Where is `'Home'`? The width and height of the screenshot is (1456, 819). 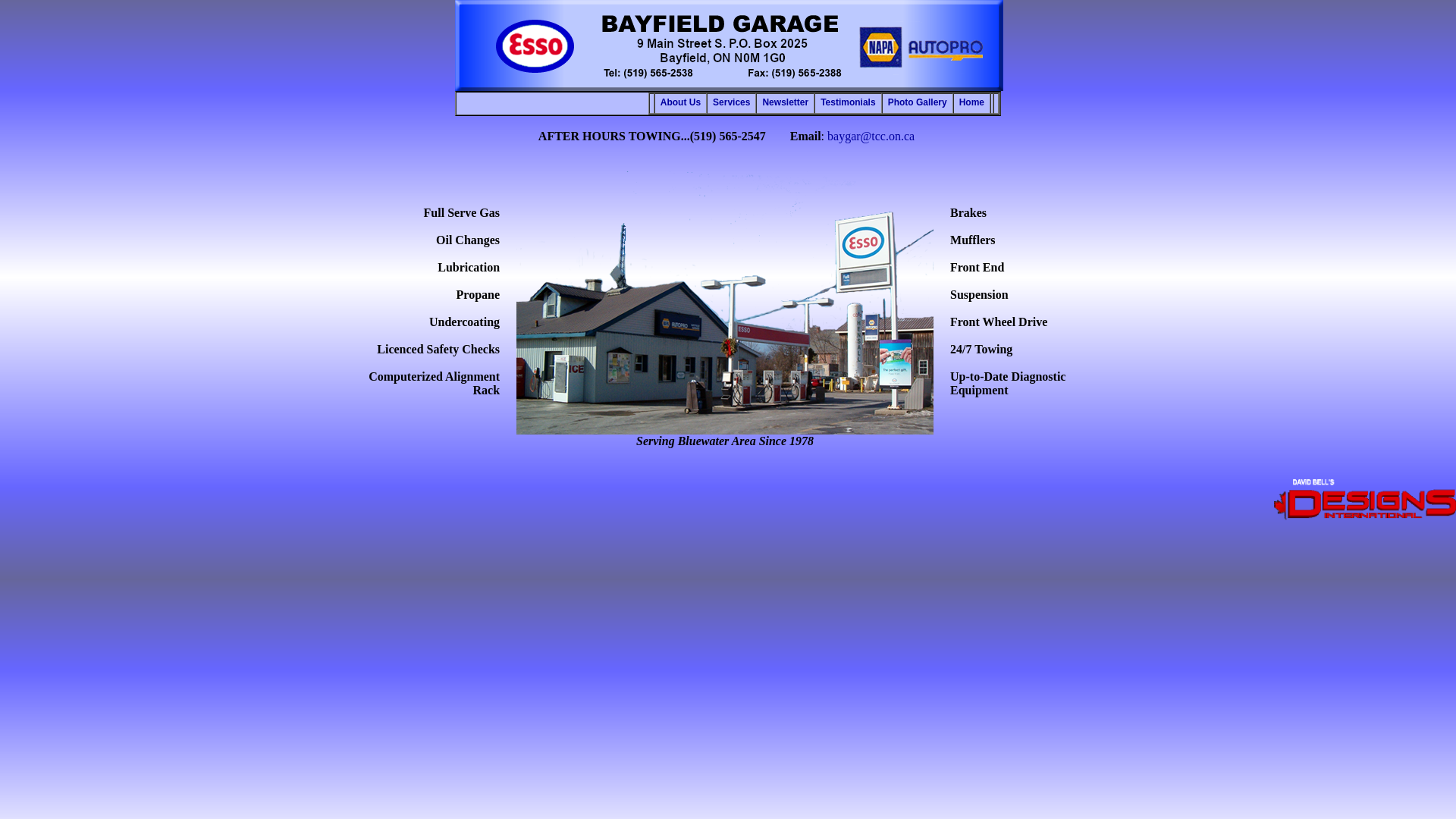 'Home' is located at coordinates (971, 102).